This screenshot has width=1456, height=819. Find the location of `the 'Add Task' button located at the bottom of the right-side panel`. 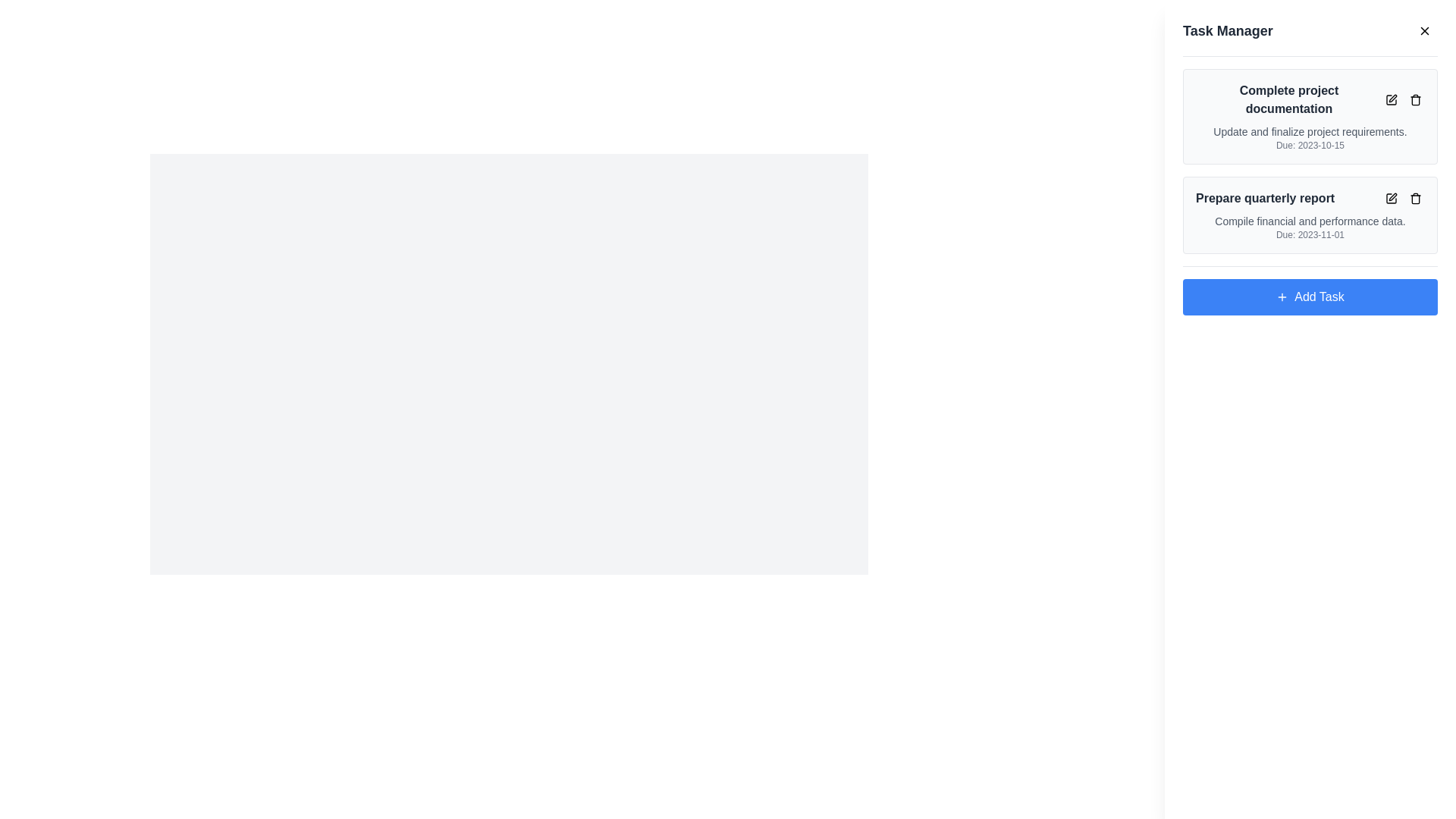

the 'Add Task' button located at the bottom of the right-side panel is located at coordinates (1310, 290).